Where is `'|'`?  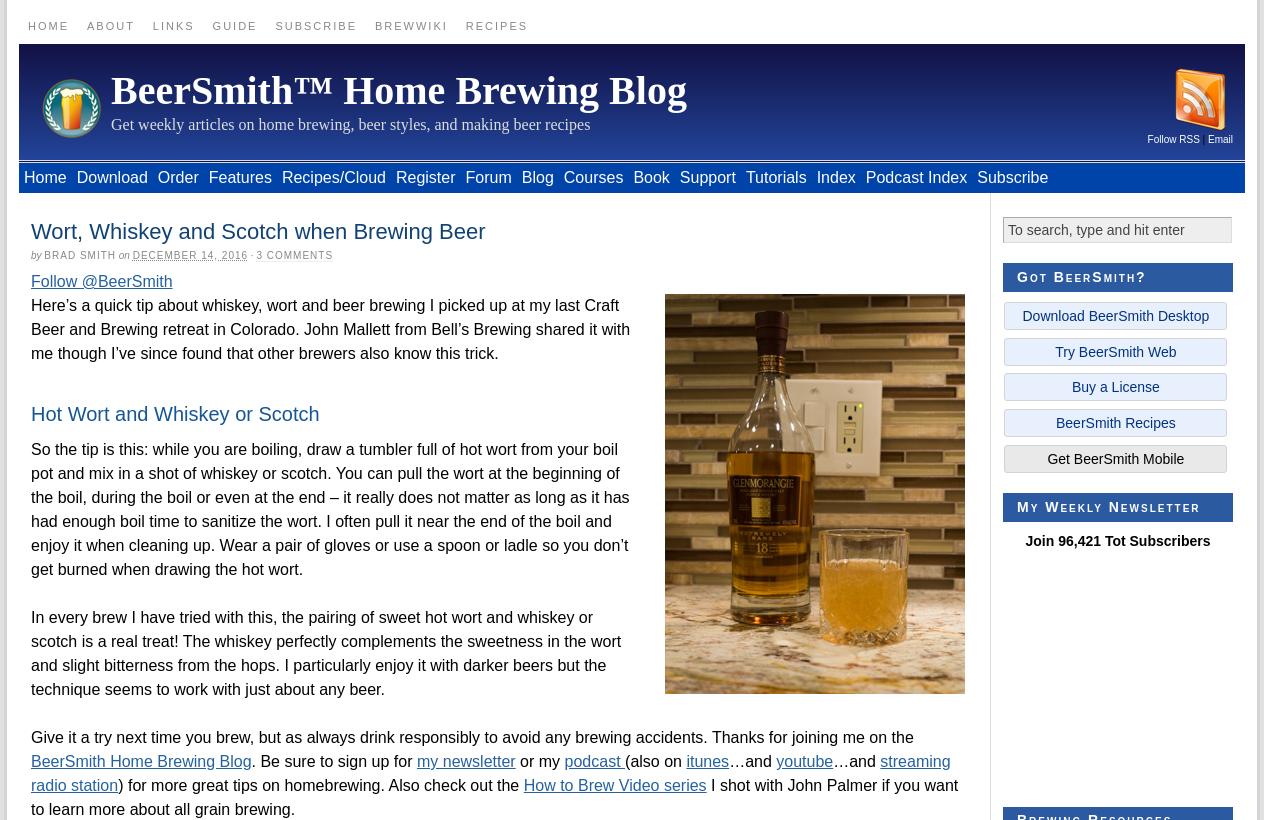
'|' is located at coordinates (1202, 138).